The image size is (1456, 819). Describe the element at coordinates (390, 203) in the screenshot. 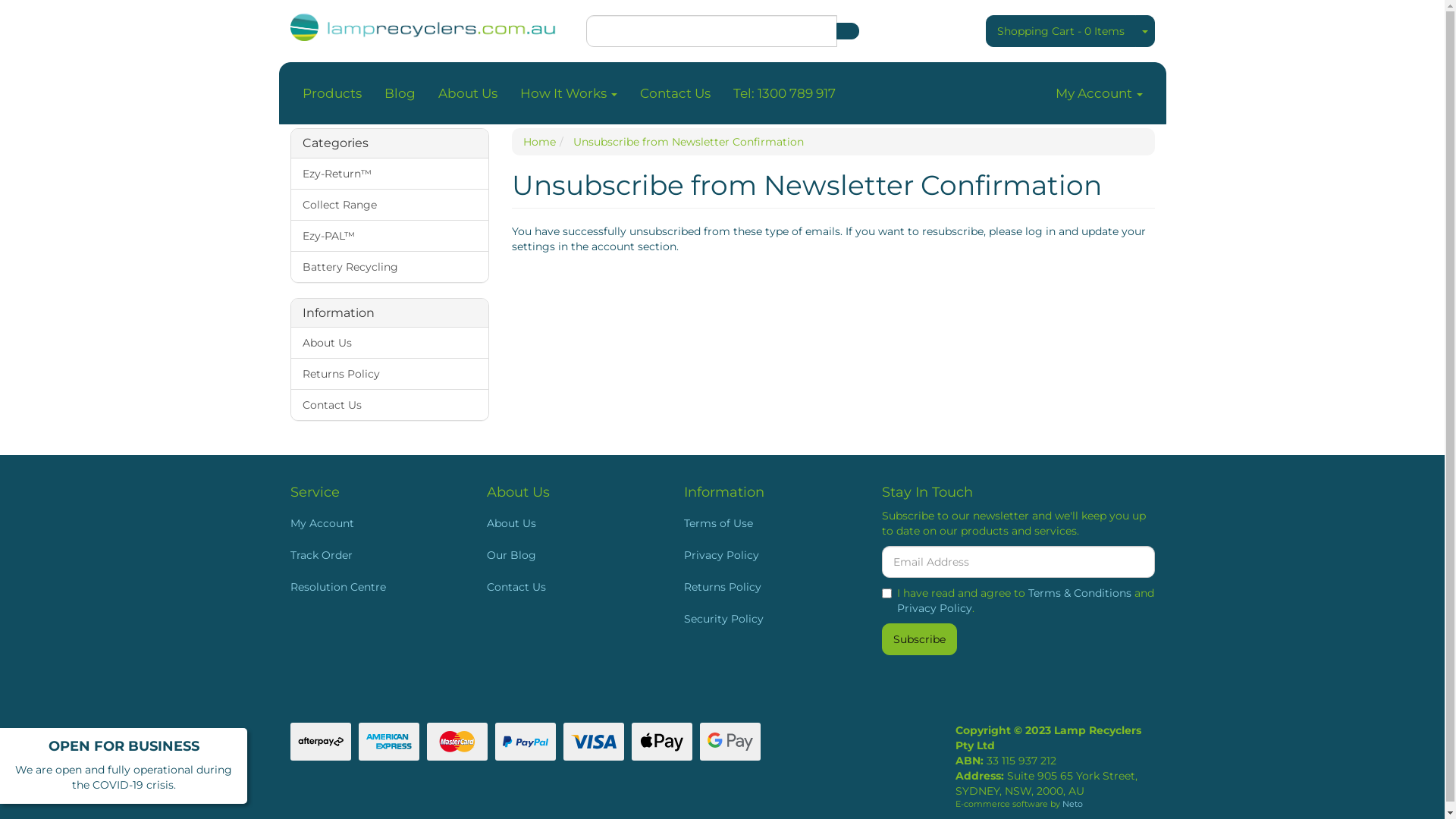

I see `'Collect Range'` at that location.